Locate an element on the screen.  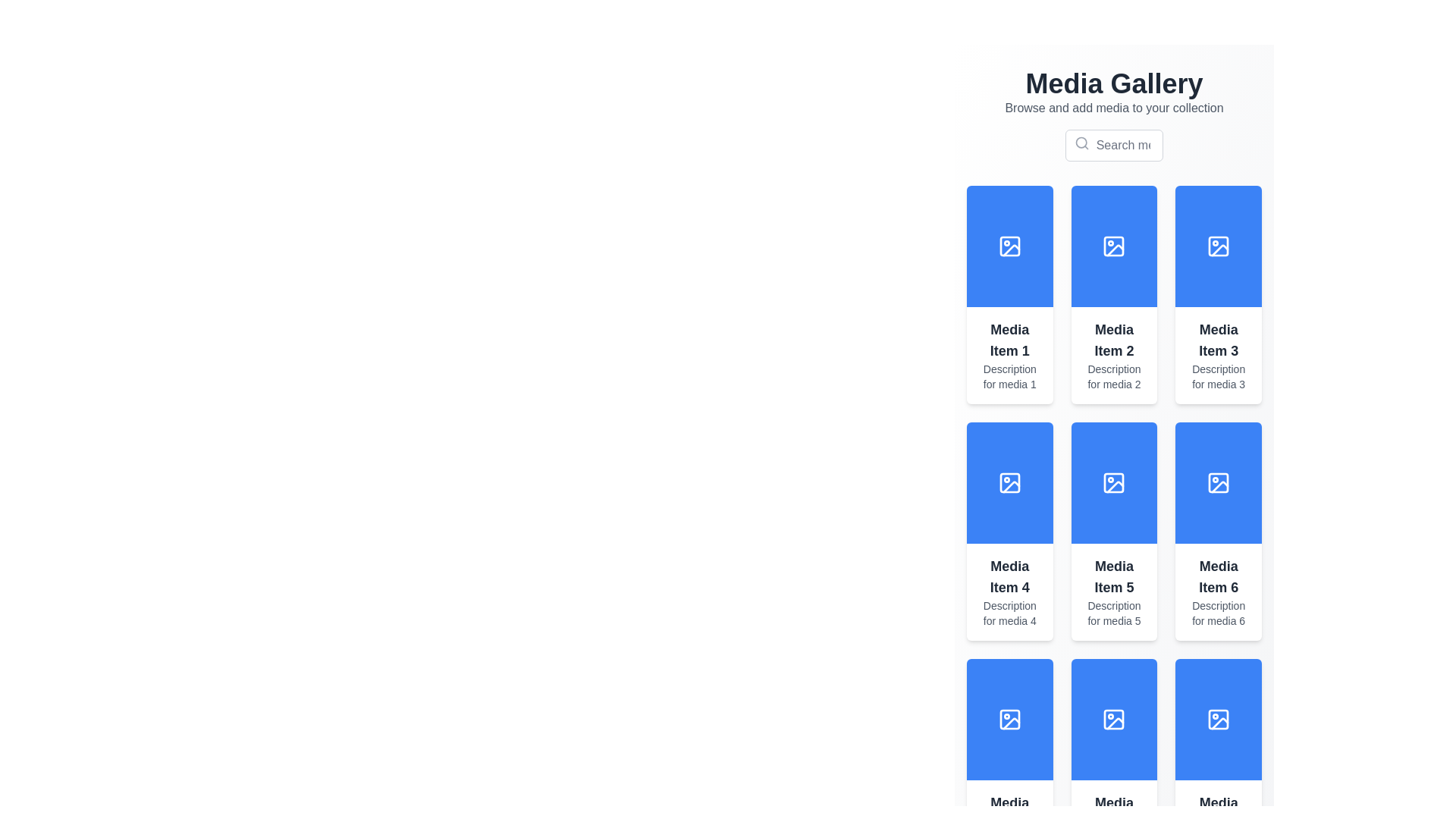
the text label displaying 'Media Item 3', which is a bold and larger font positioned at the top of a card layout is located at coordinates (1219, 339).